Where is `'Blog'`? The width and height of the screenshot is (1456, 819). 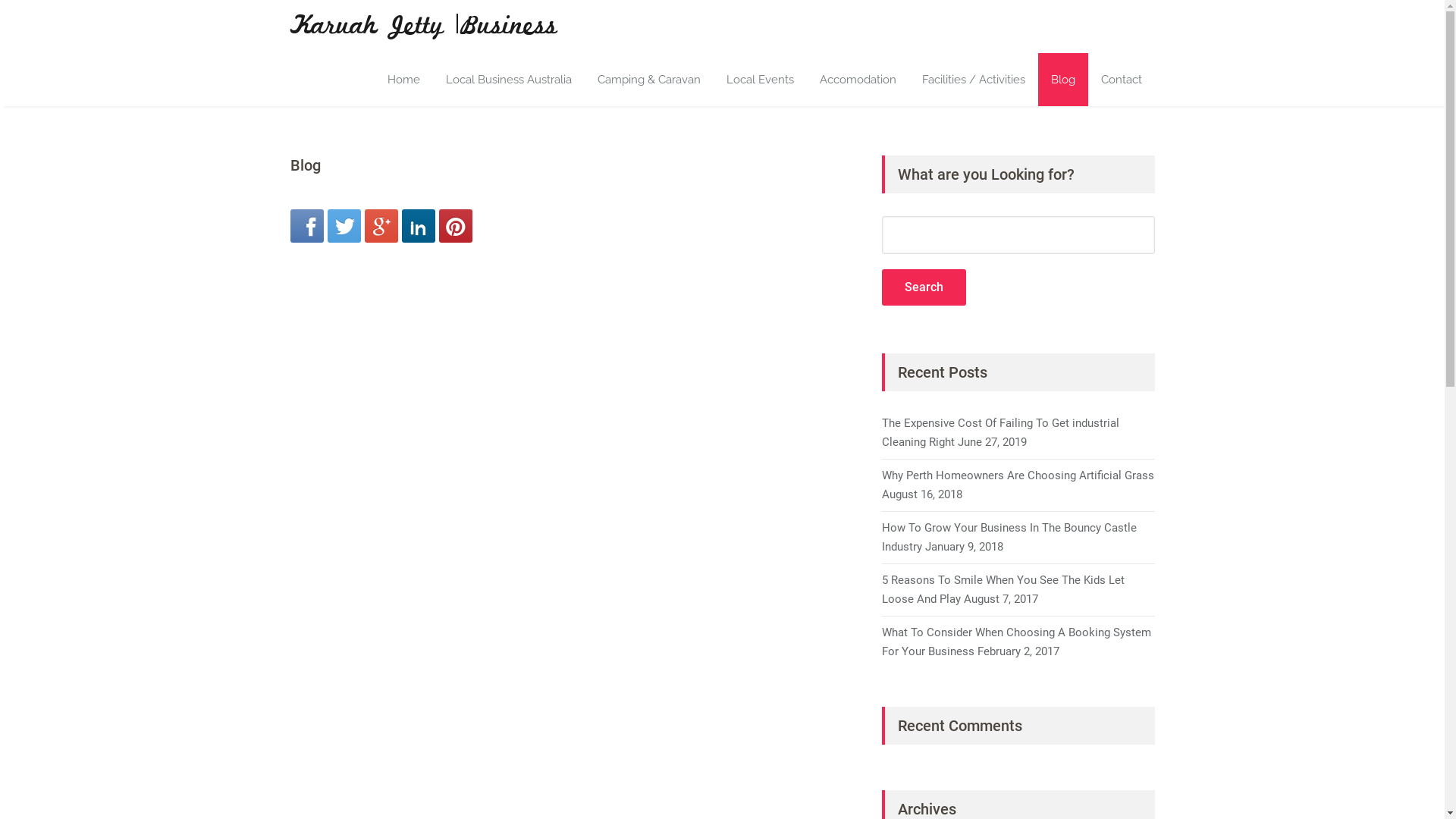 'Blog' is located at coordinates (1062, 79).